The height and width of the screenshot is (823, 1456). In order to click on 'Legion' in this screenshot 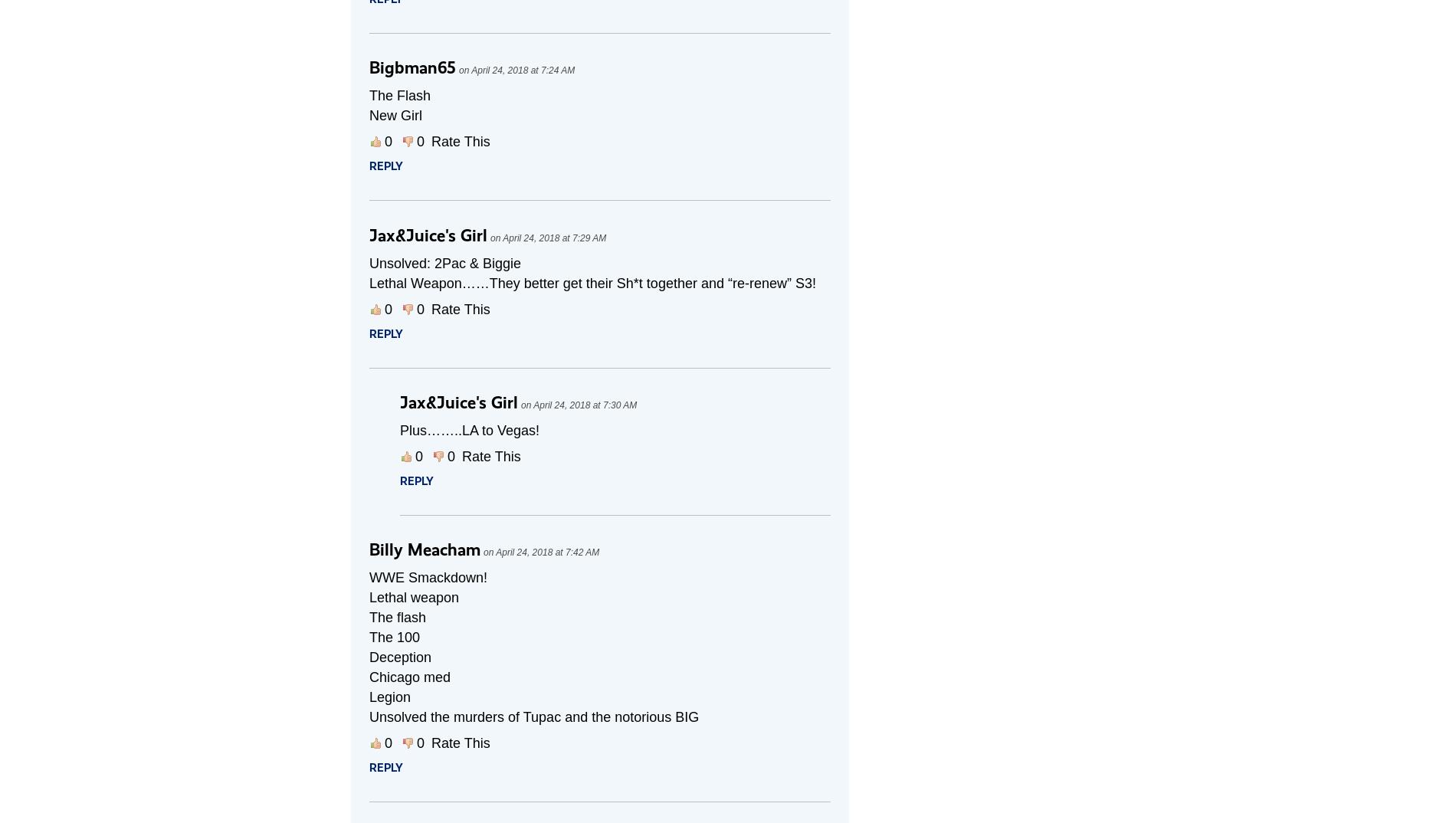, I will do `click(369, 697)`.